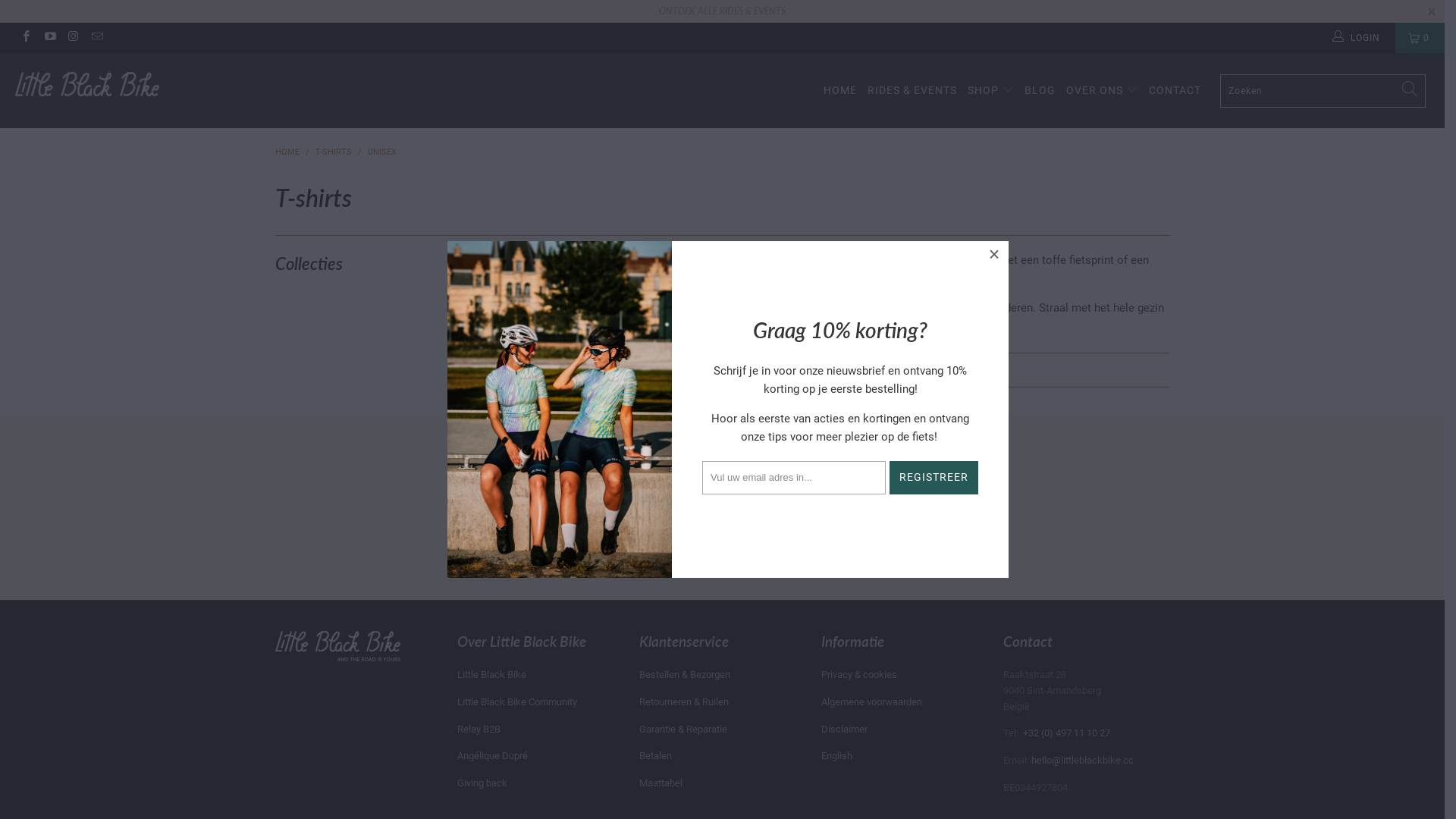 The height and width of the screenshot is (819, 1456). Describe the element at coordinates (1065, 732) in the screenshot. I see `'+32 (0) 497 11 10 27'` at that location.